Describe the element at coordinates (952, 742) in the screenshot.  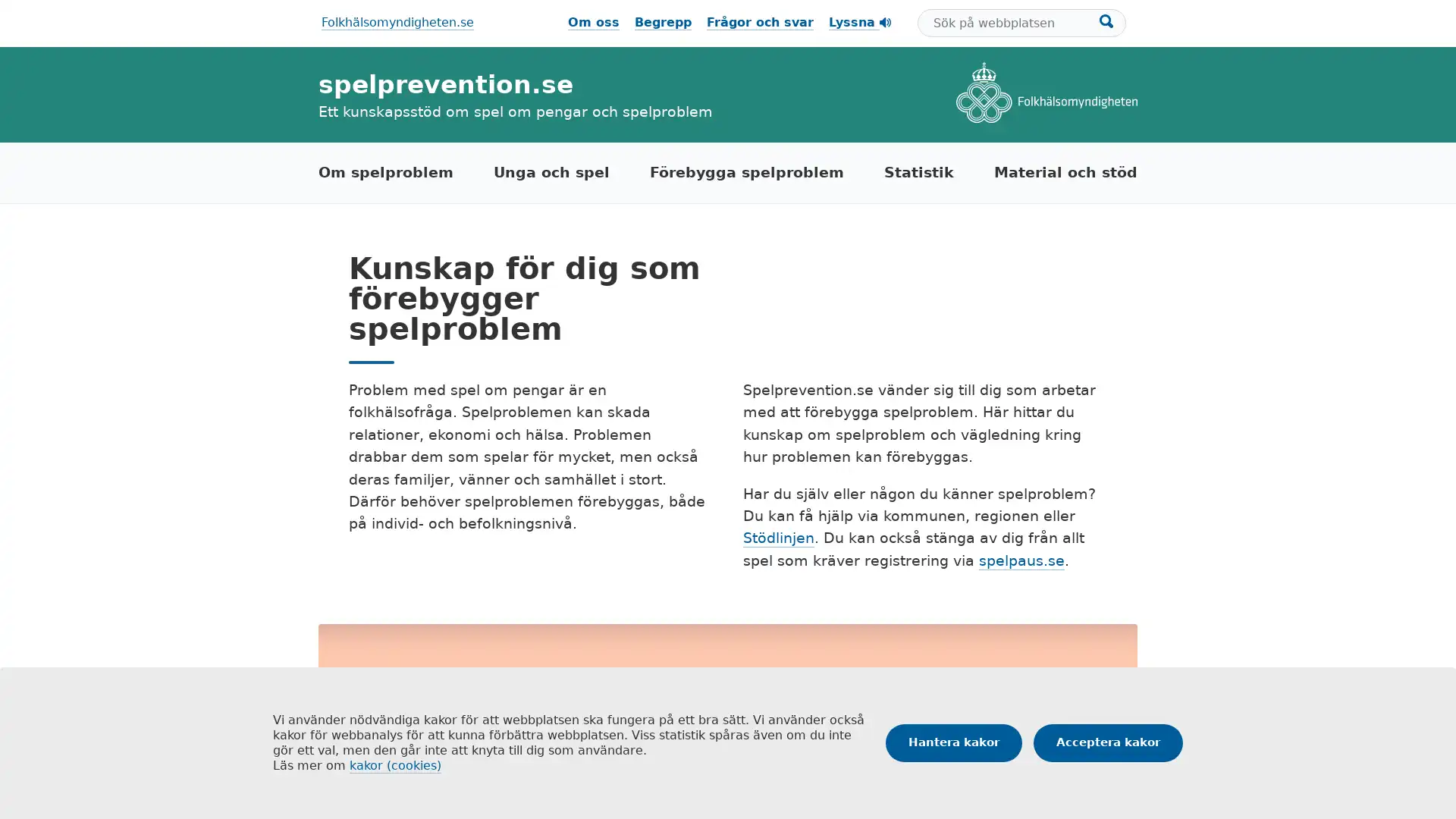
I see `Hantera kakor` at that location.